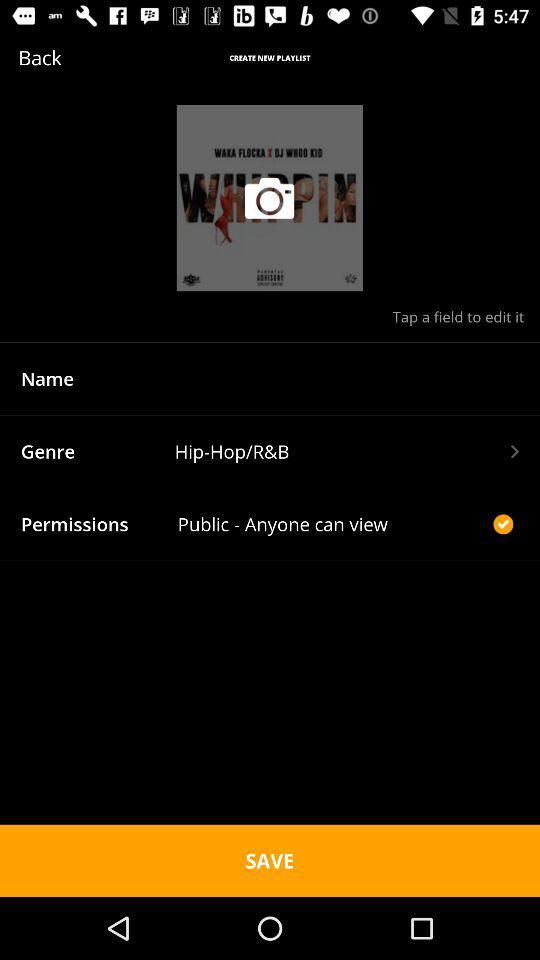 The height and width of the screenshot is (960, 540). What do you see at coordinates (502, 523) in the screenshot?
I see `icon on the right` at bounding box center [502, 523].